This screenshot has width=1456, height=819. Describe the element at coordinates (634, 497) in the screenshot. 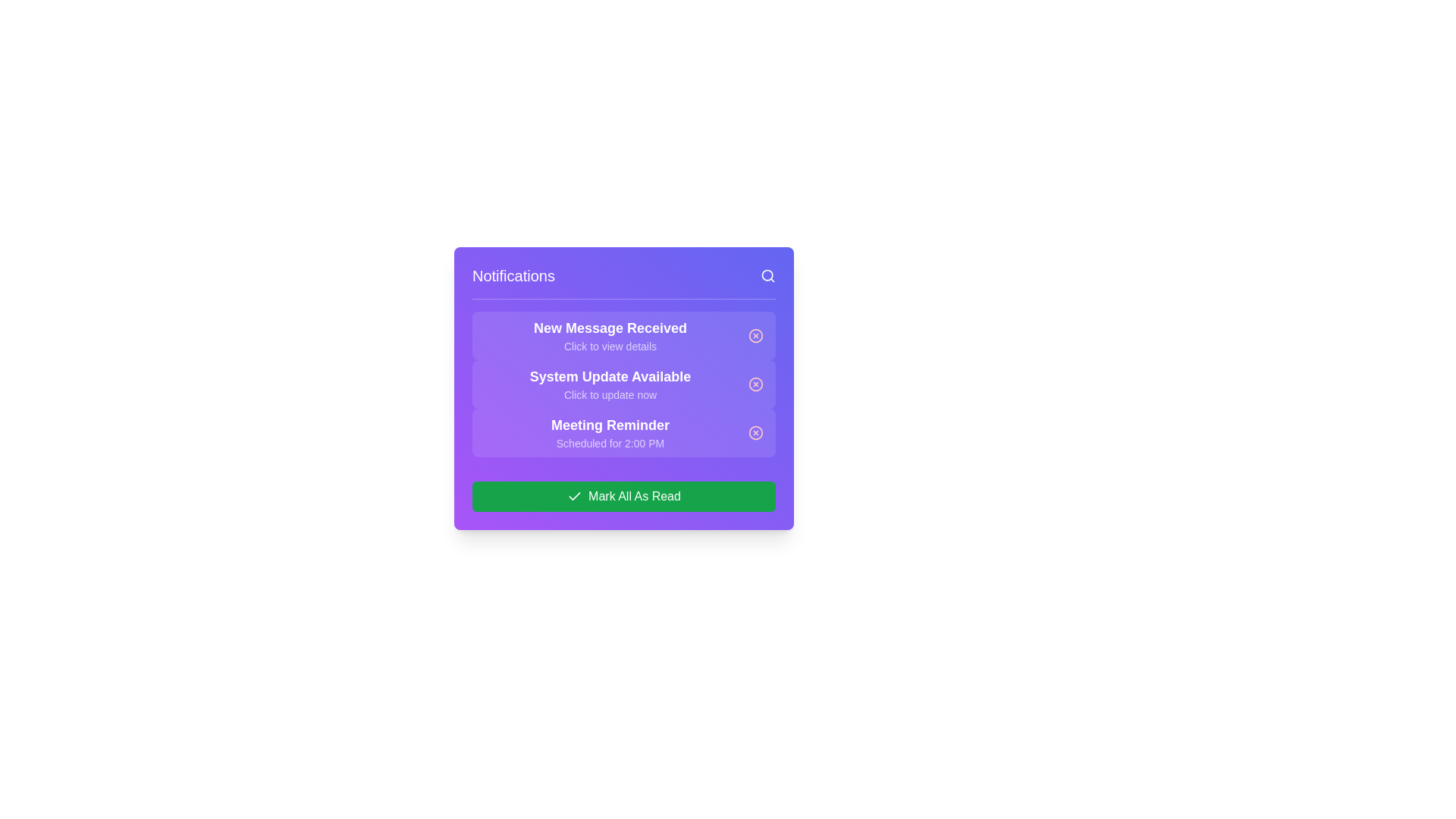

I see `the text label of the button that marks all items in the notification panel as read, located at the bottom of the panel next to the check icon` at that location.